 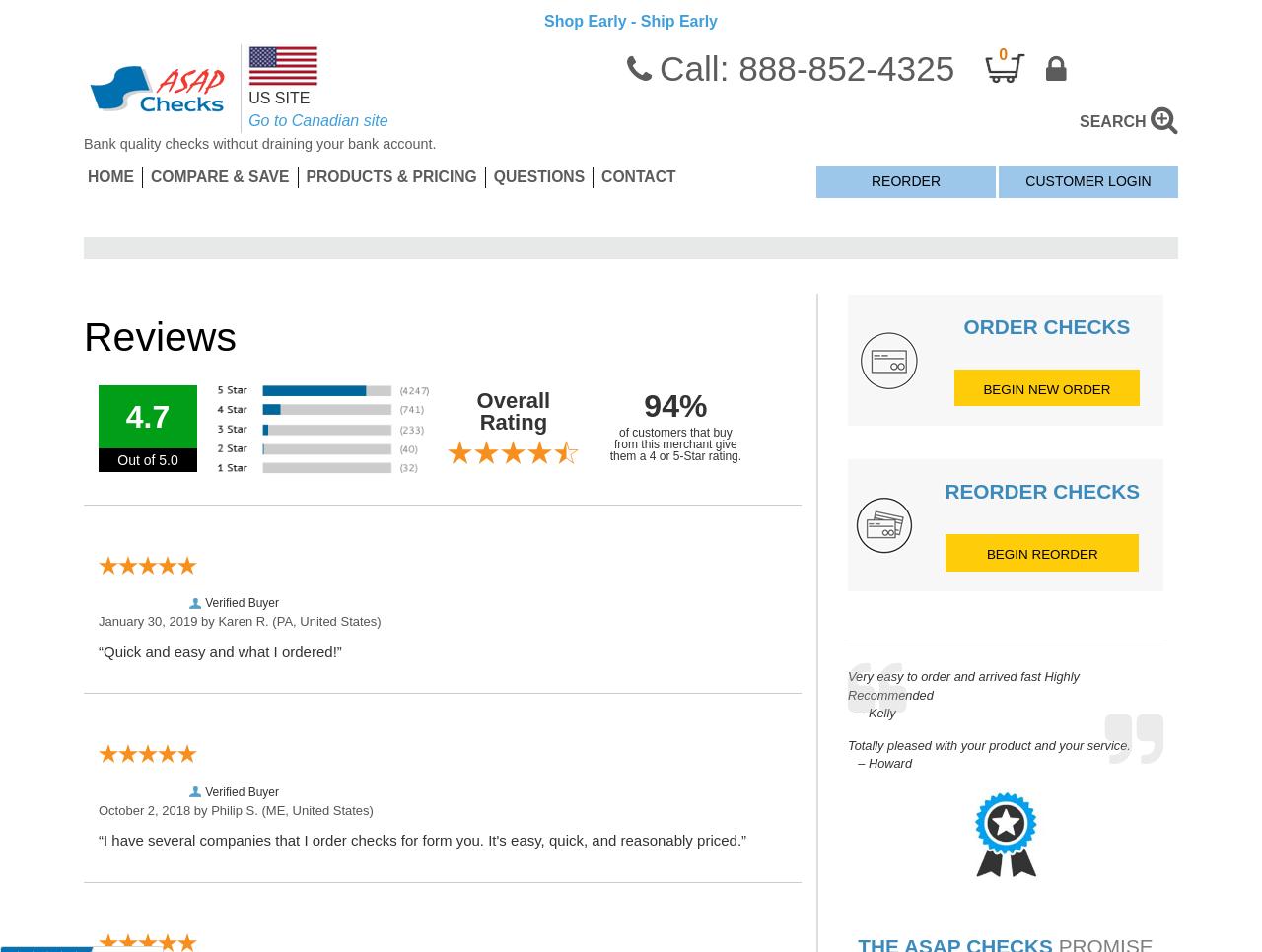 I want to click on 'Overall Rating', so click(x=475, y=410).